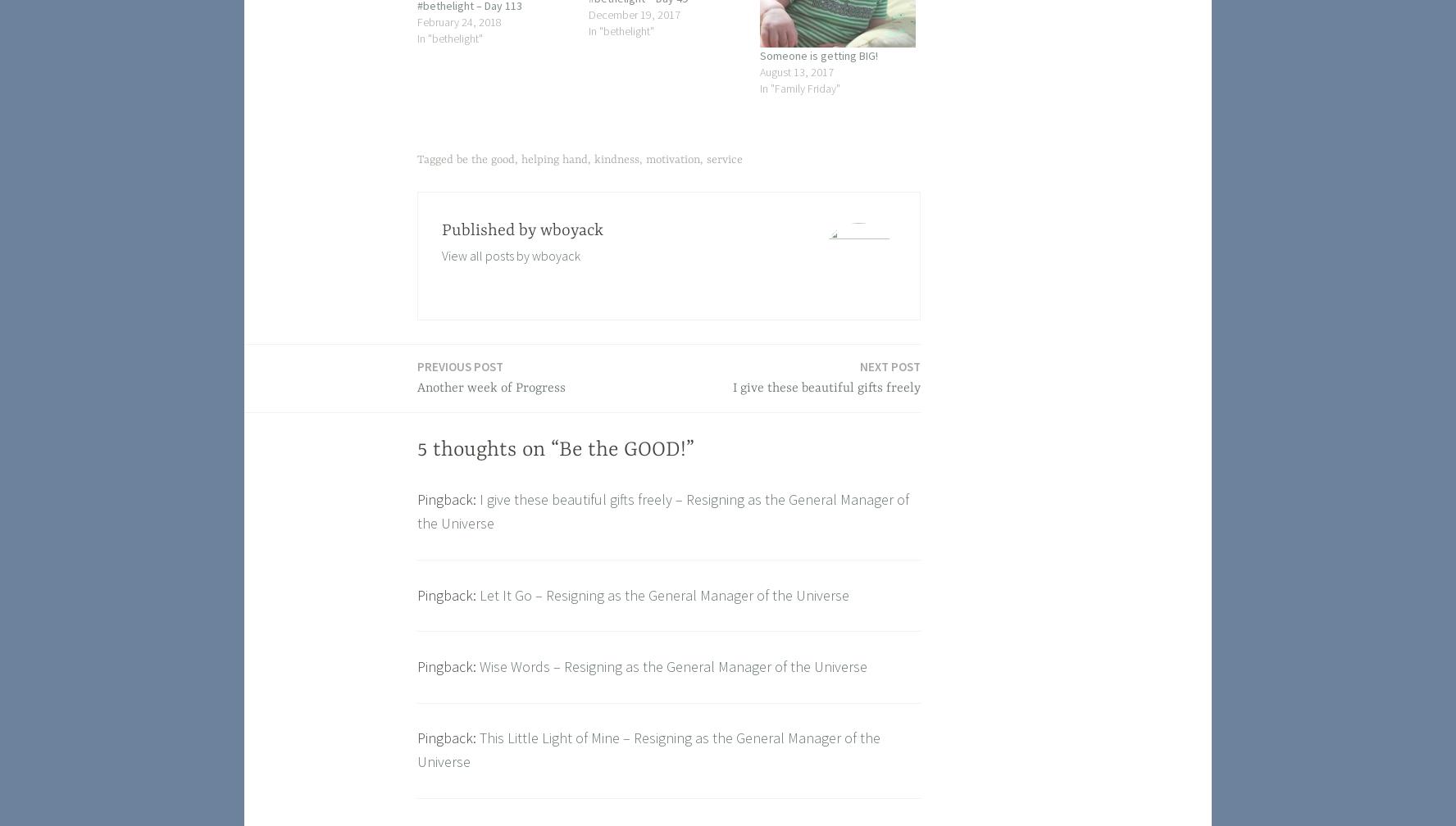  Describe the element at coordinates (890, 365) in the screenshot. I see `'Next post'` at that location.